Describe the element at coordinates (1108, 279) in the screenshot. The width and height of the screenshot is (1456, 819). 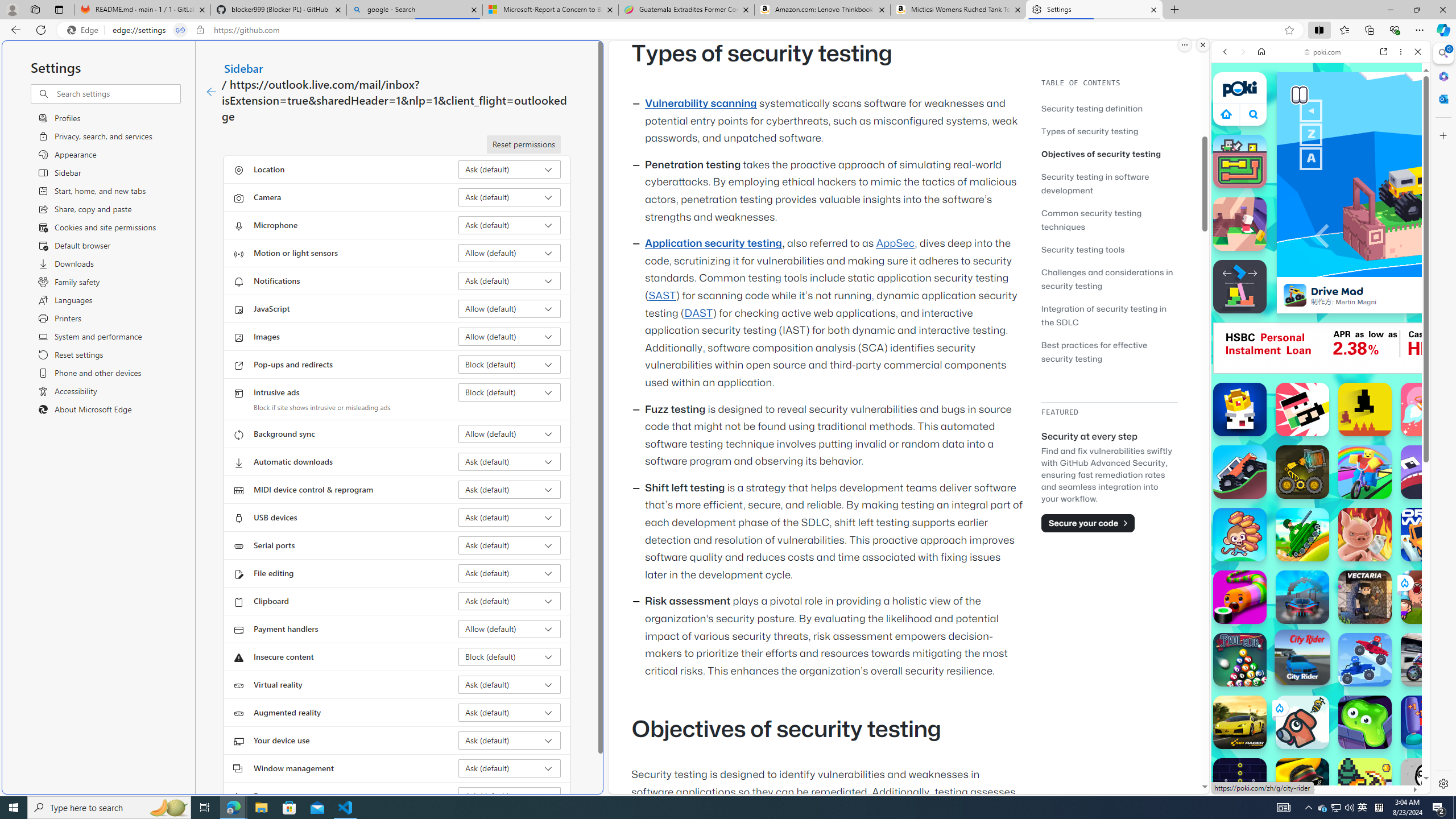
I see `'Challenges and considerations in security testing'` at that location.